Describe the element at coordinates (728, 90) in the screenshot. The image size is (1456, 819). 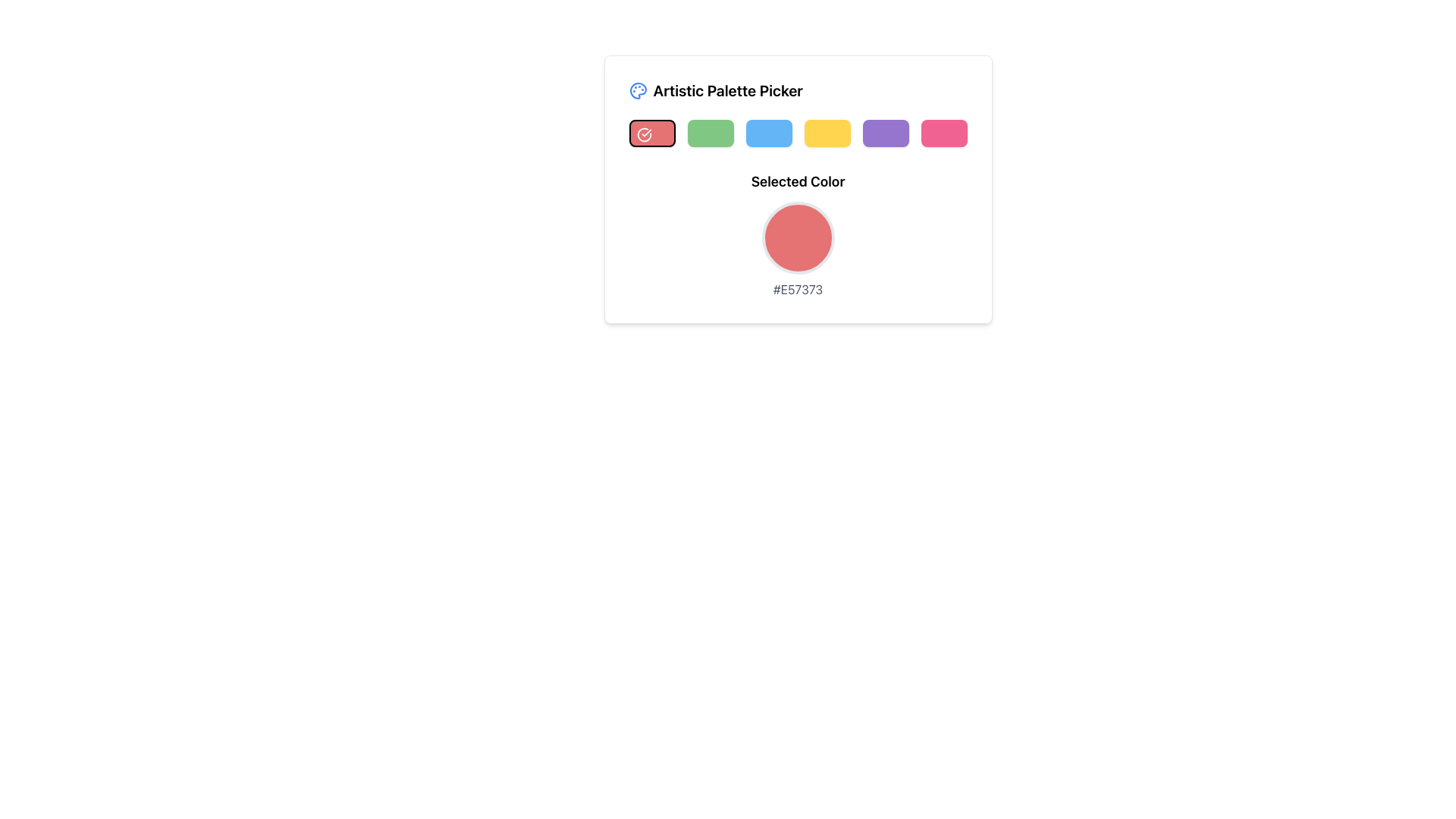
I see `the heading text 'Artistic Palette Picker' which is displayed prominently in bold and large font at the top of the interface` at that location.